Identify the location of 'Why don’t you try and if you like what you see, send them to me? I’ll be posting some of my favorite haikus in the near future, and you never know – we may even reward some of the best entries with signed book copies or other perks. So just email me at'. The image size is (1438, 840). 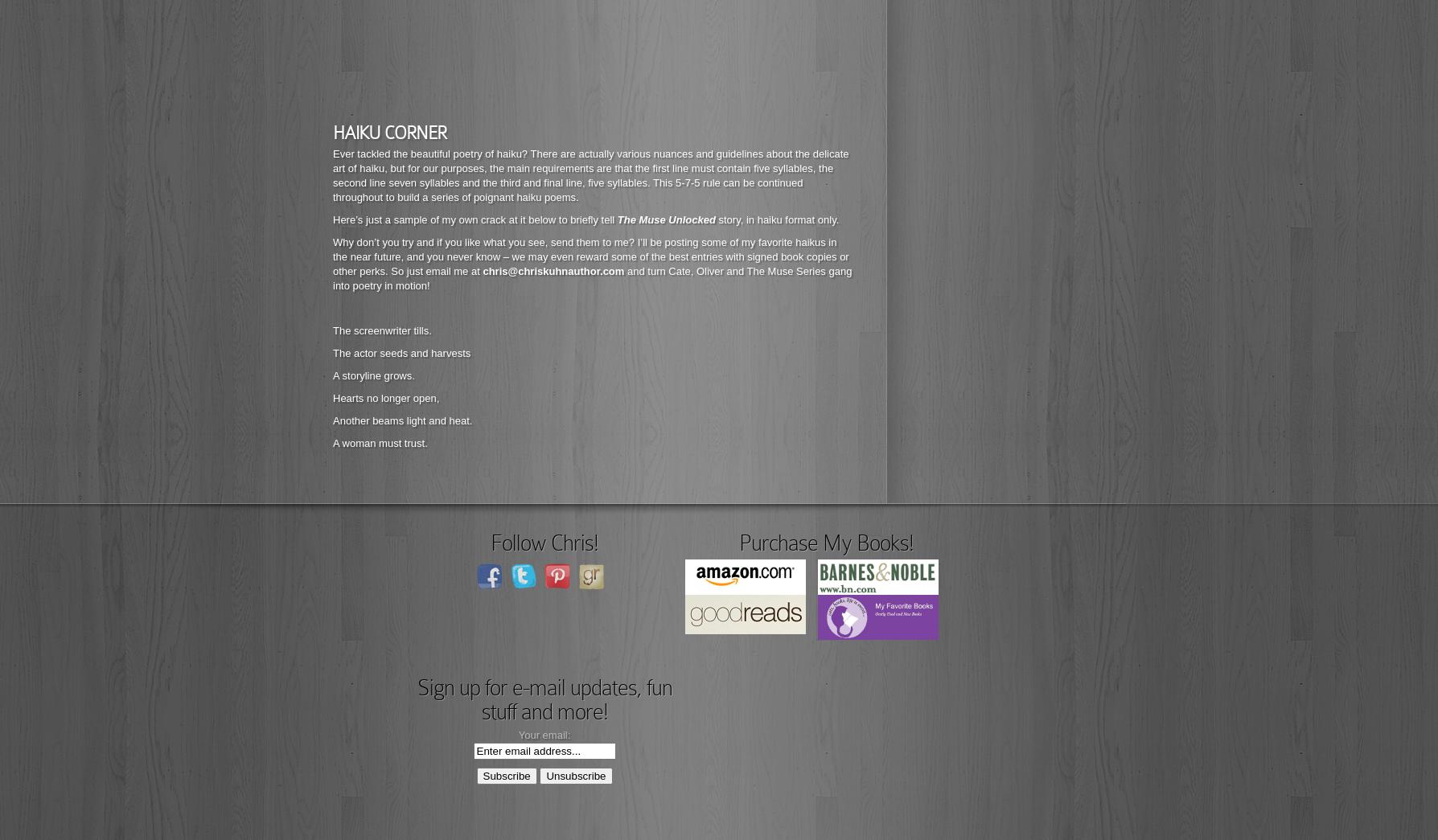
(331, 256).